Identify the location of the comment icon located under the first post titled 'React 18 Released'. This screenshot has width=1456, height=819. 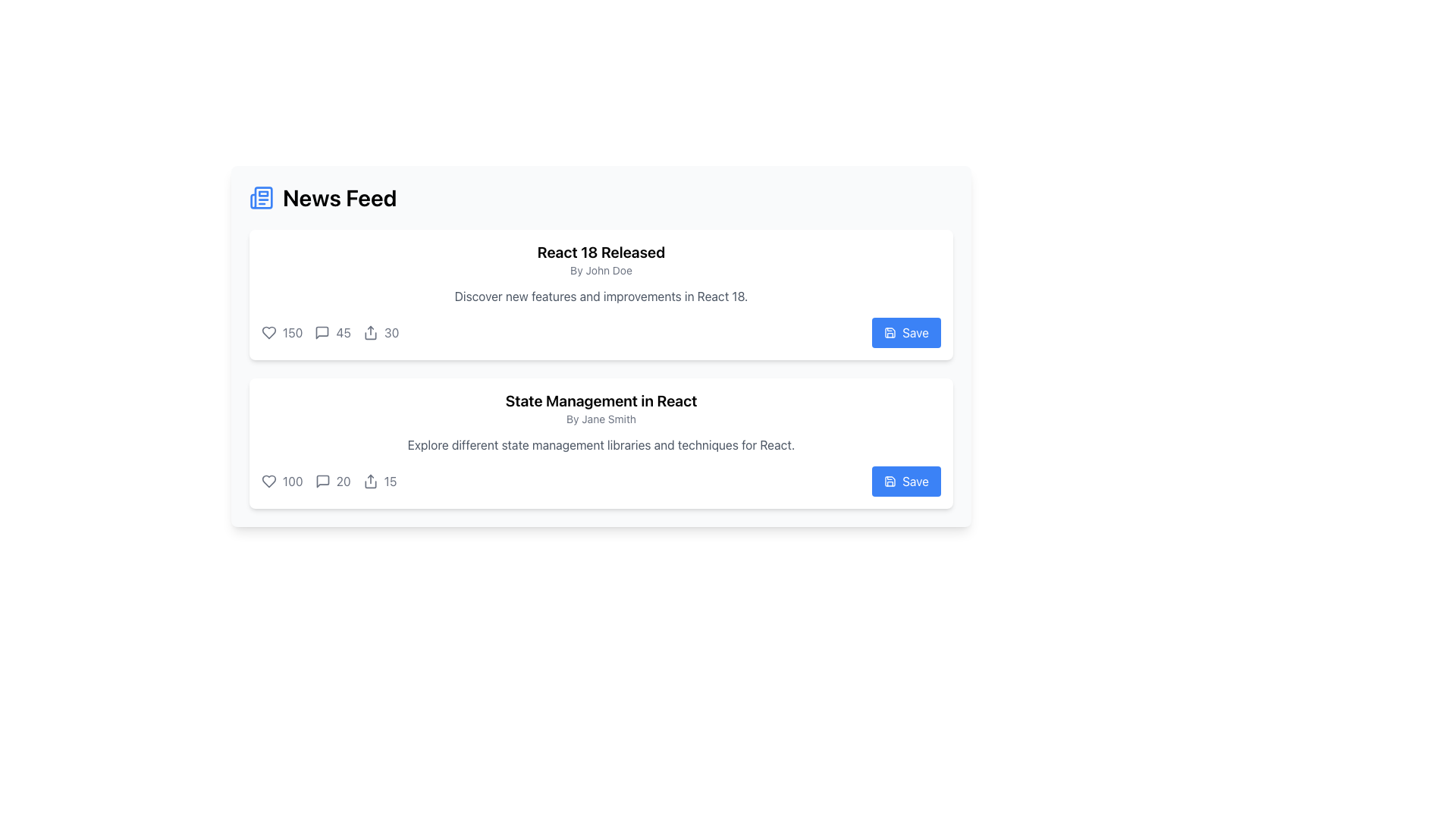
(322, 332).